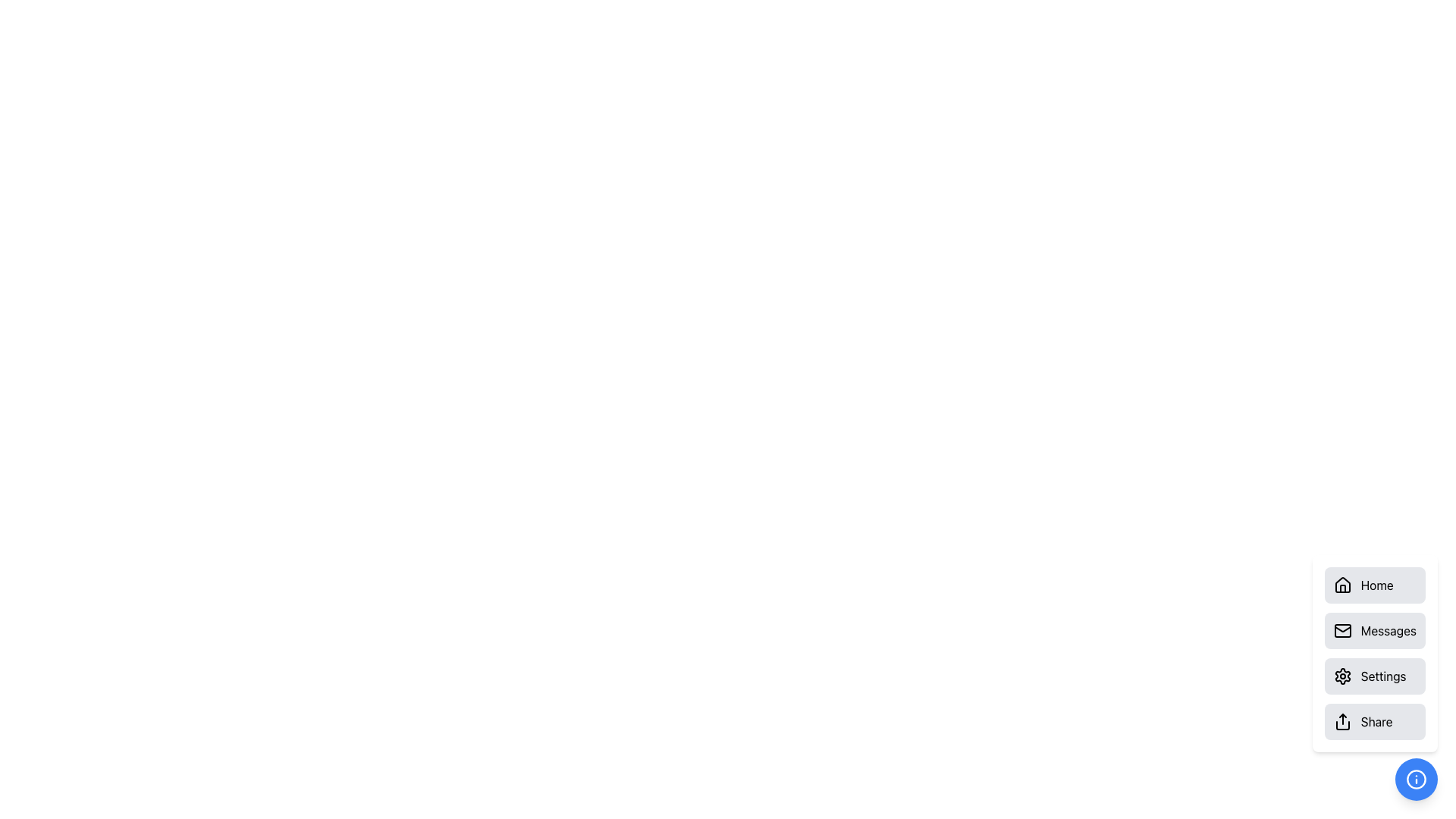  What do you see at coordinates (1389, 631) in the screenshot?
I see `the text label 'Messages' which is located to the right of the mail icon within the second button in a vertical stack of options` at bounding box center [1389, 631].